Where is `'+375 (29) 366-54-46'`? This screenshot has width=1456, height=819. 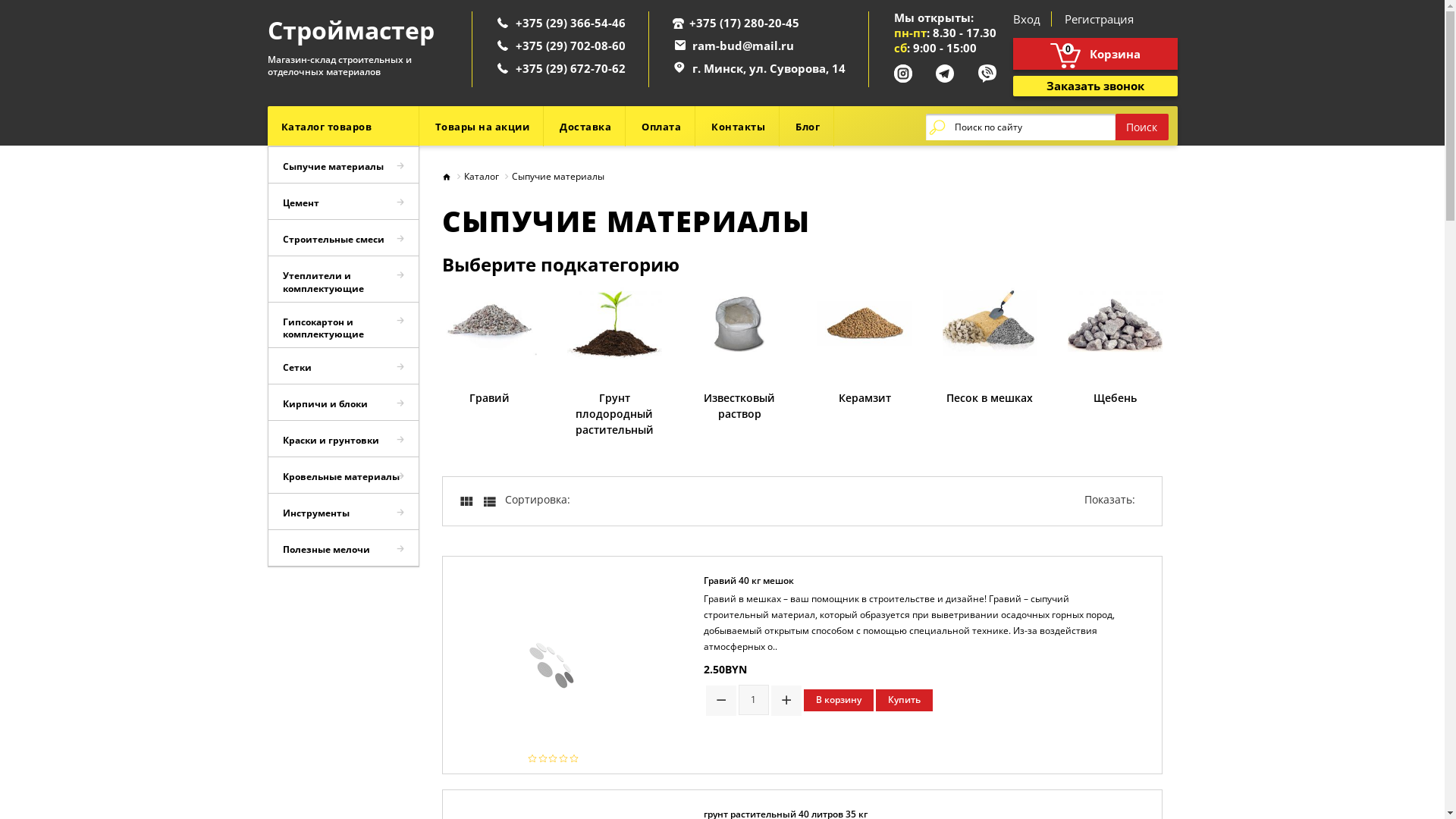 '+375 (29) 366-54-46' is located at coordinates (516, 23).